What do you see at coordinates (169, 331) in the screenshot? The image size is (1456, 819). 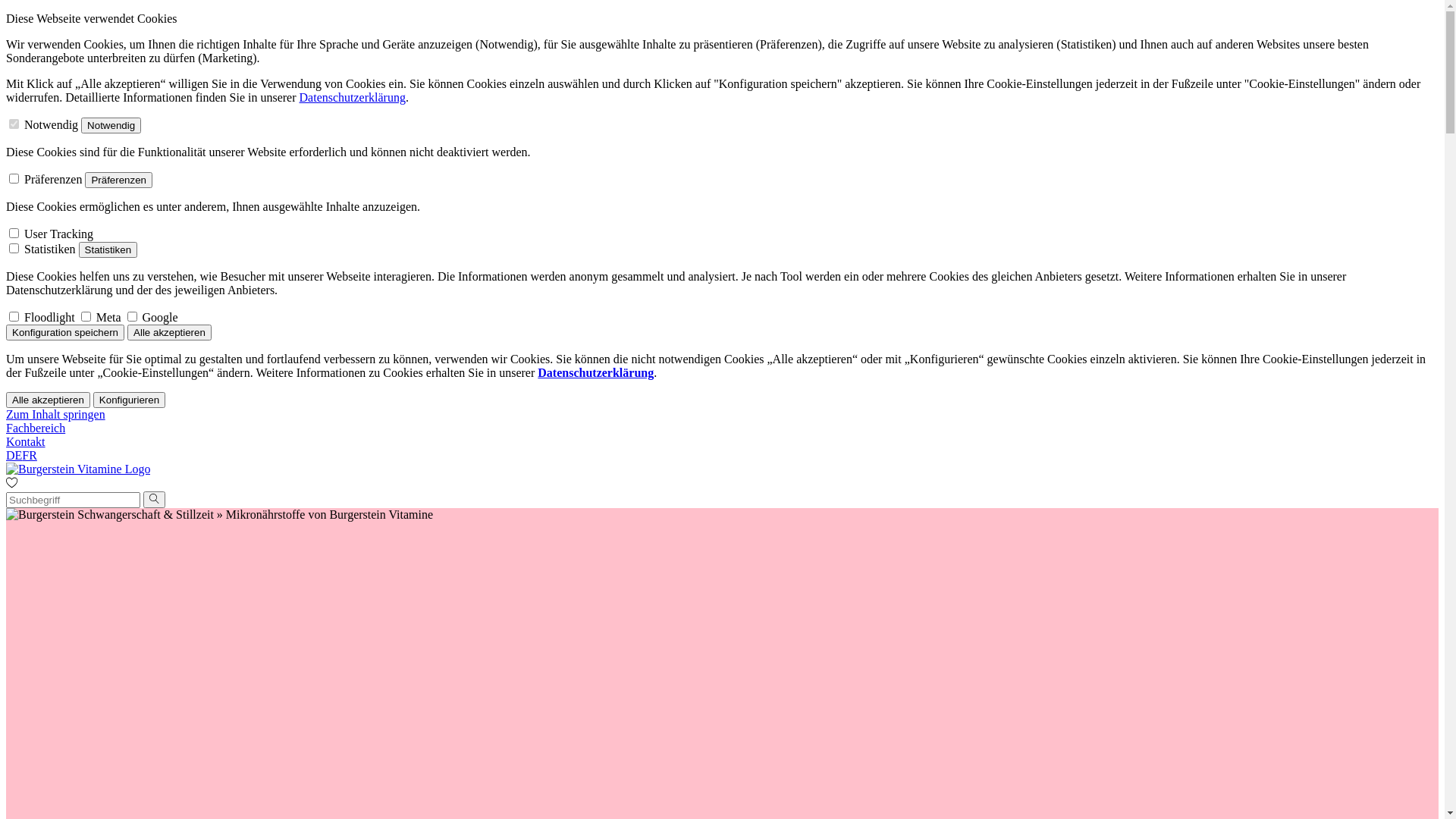 I see `'Alle akzeptieren'` at bounding box center [169, 331].